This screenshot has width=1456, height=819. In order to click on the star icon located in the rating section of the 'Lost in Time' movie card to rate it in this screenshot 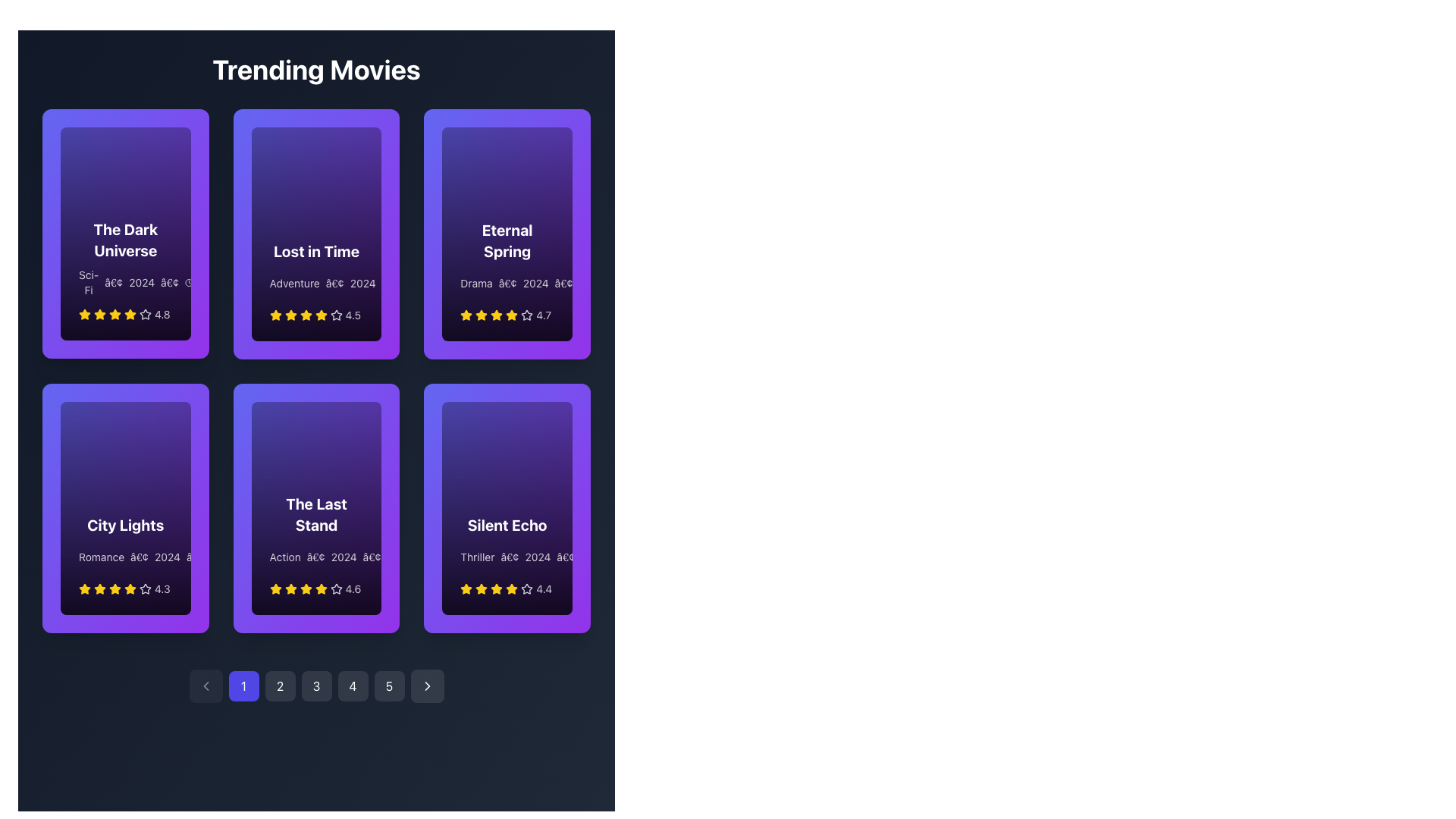, I will do `click(320, 314)`.